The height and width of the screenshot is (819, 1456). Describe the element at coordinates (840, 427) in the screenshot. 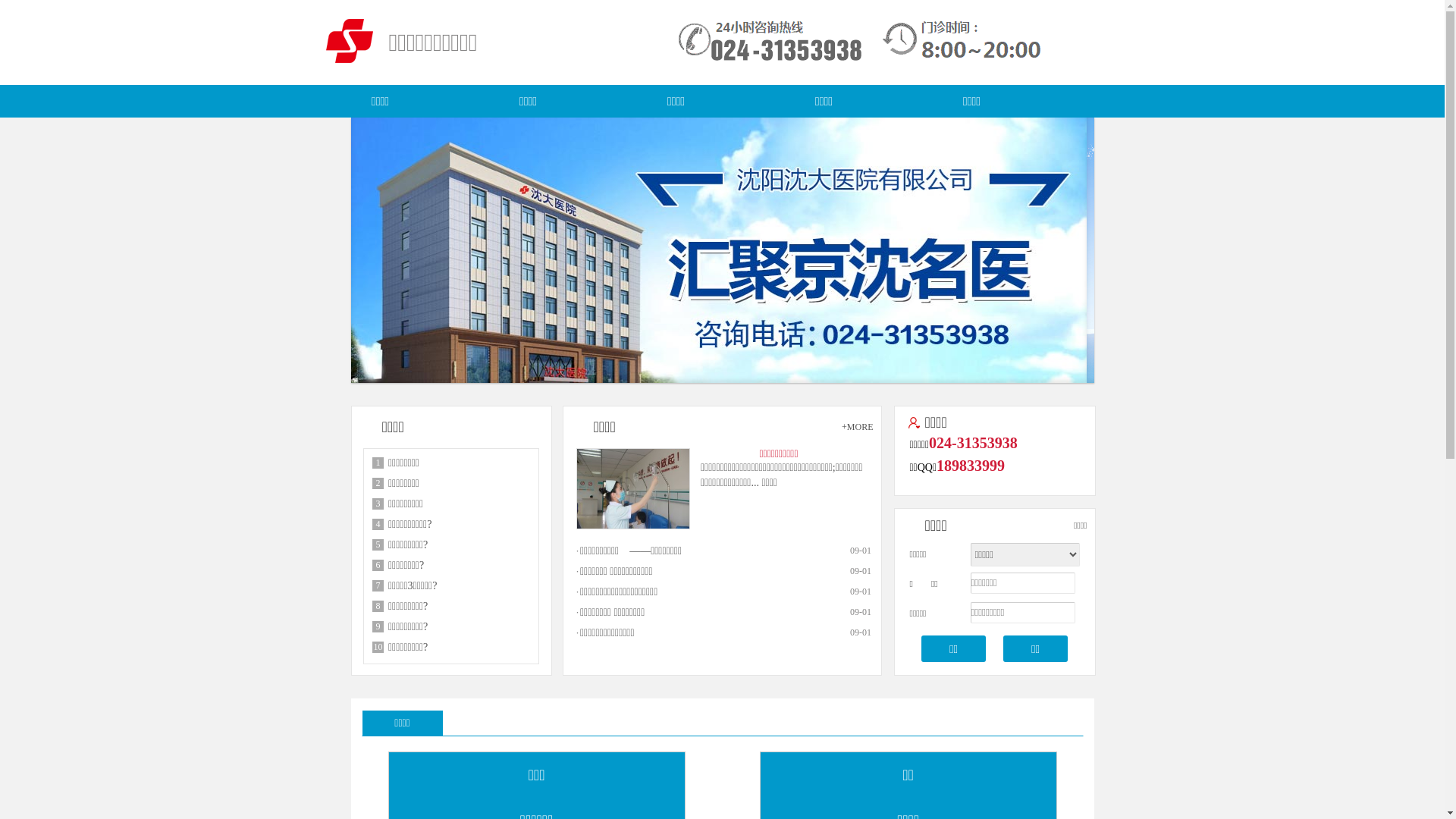

I see `'+MORE'` at that location.